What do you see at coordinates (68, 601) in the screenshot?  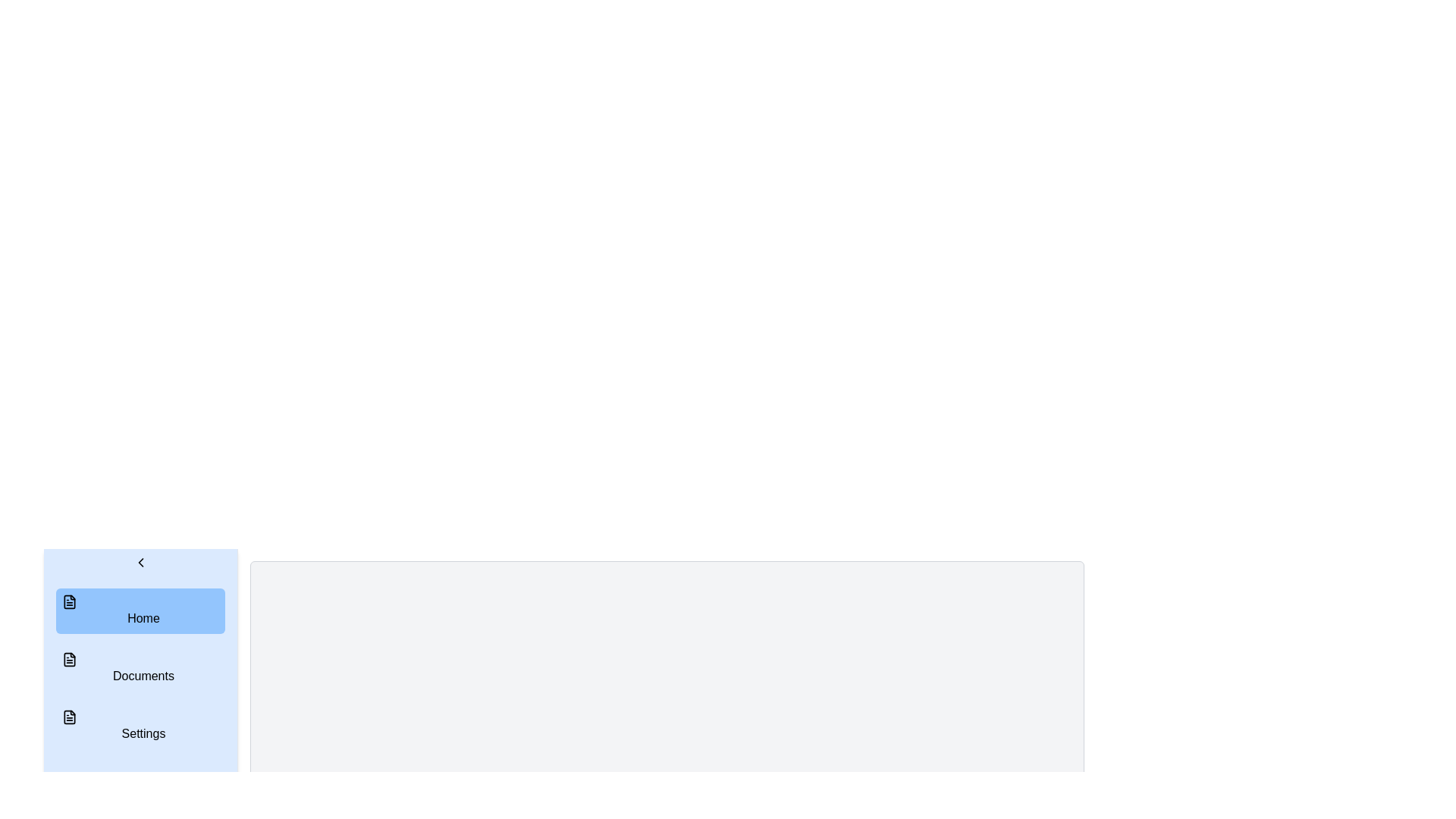 I see `the 'Home' icon in the left-hand navigation menu which serves as a clickable indicator for the homepage` at bounding box center [68, 601].